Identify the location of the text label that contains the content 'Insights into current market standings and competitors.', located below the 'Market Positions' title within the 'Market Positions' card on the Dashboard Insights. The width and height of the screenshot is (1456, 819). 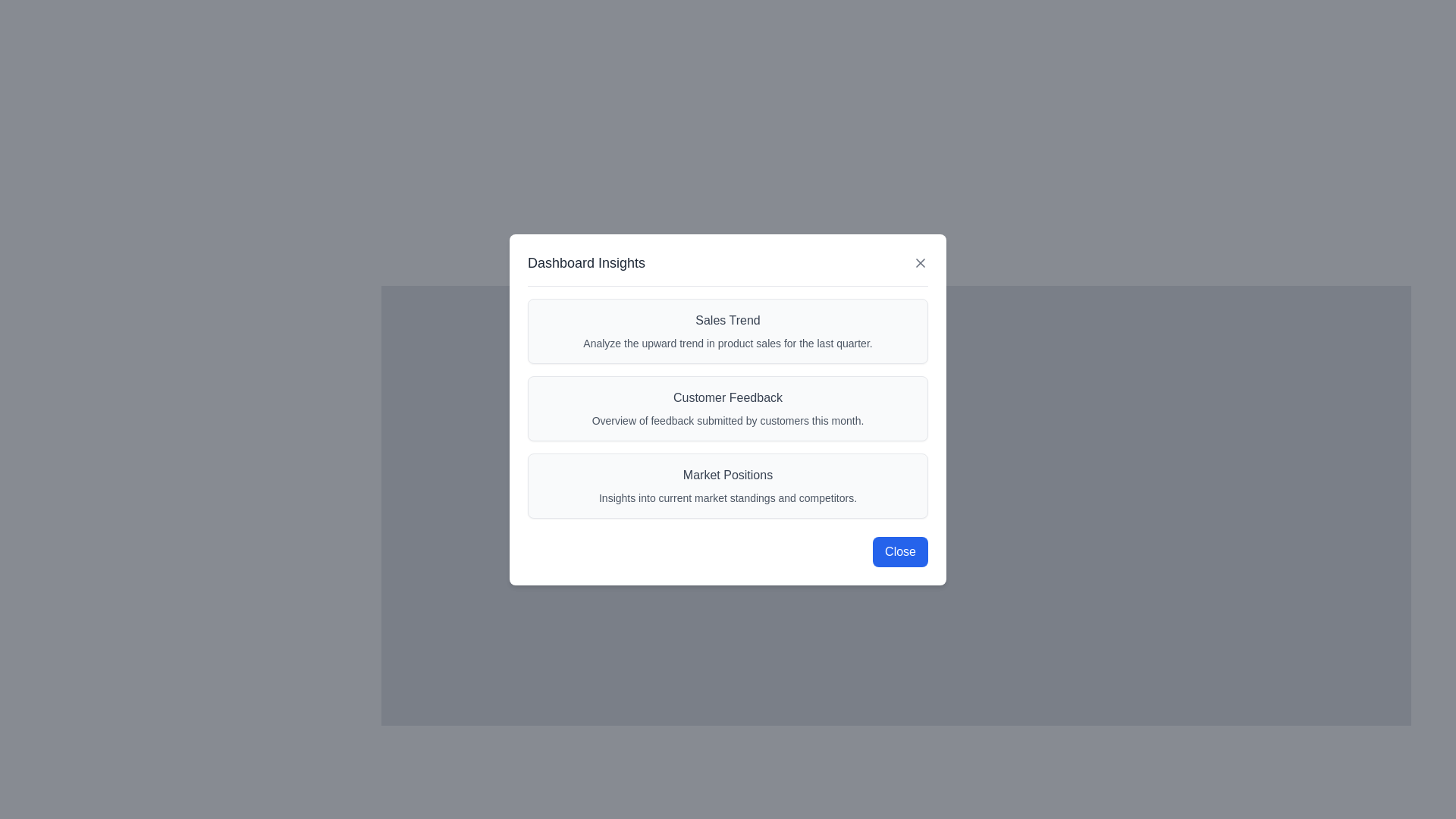
(728, 497).